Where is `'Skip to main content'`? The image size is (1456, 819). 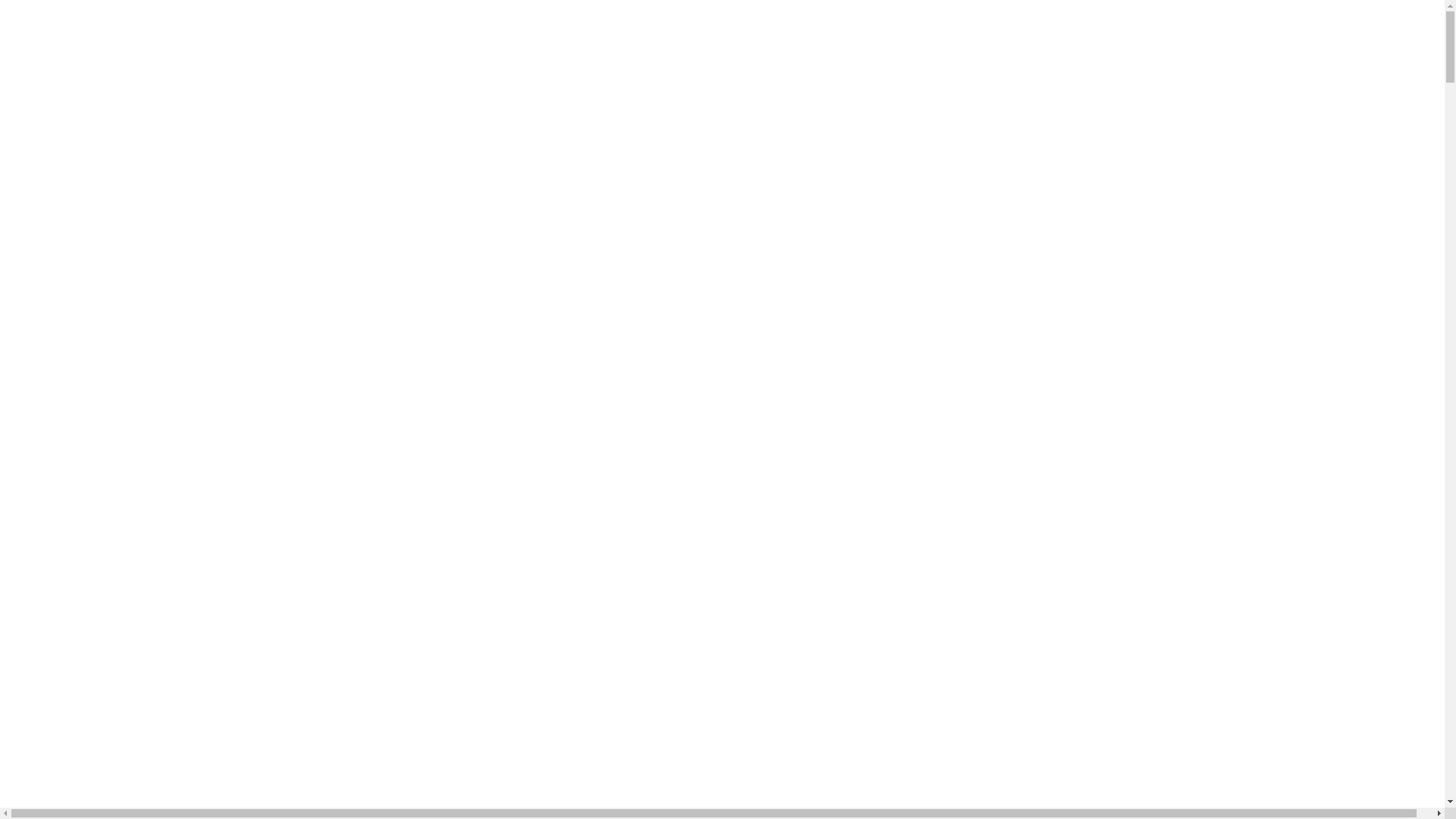
'Skip to main content' is located at coordinates (5, 5).